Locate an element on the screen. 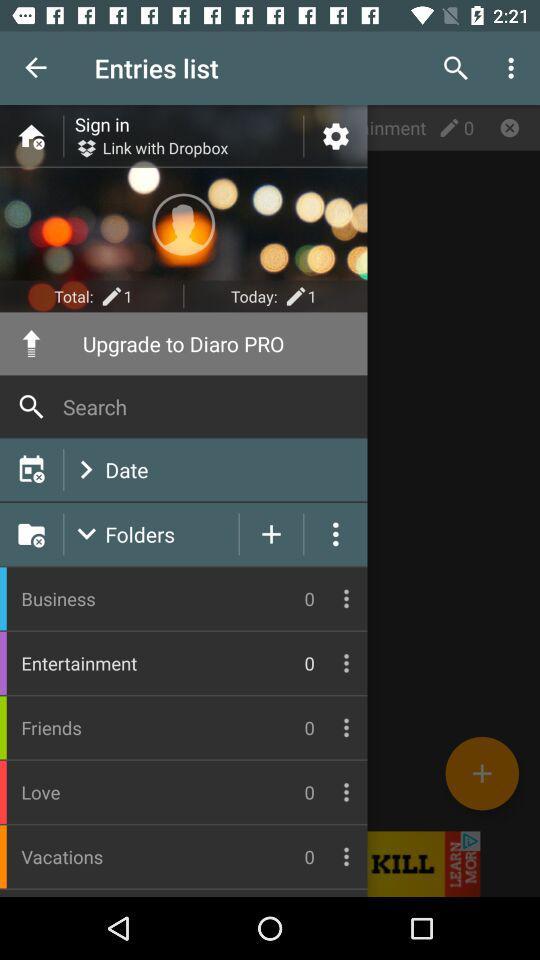 The width and height of the screenshot is (540, 960). the close icon is located at coordinates (509, 126).